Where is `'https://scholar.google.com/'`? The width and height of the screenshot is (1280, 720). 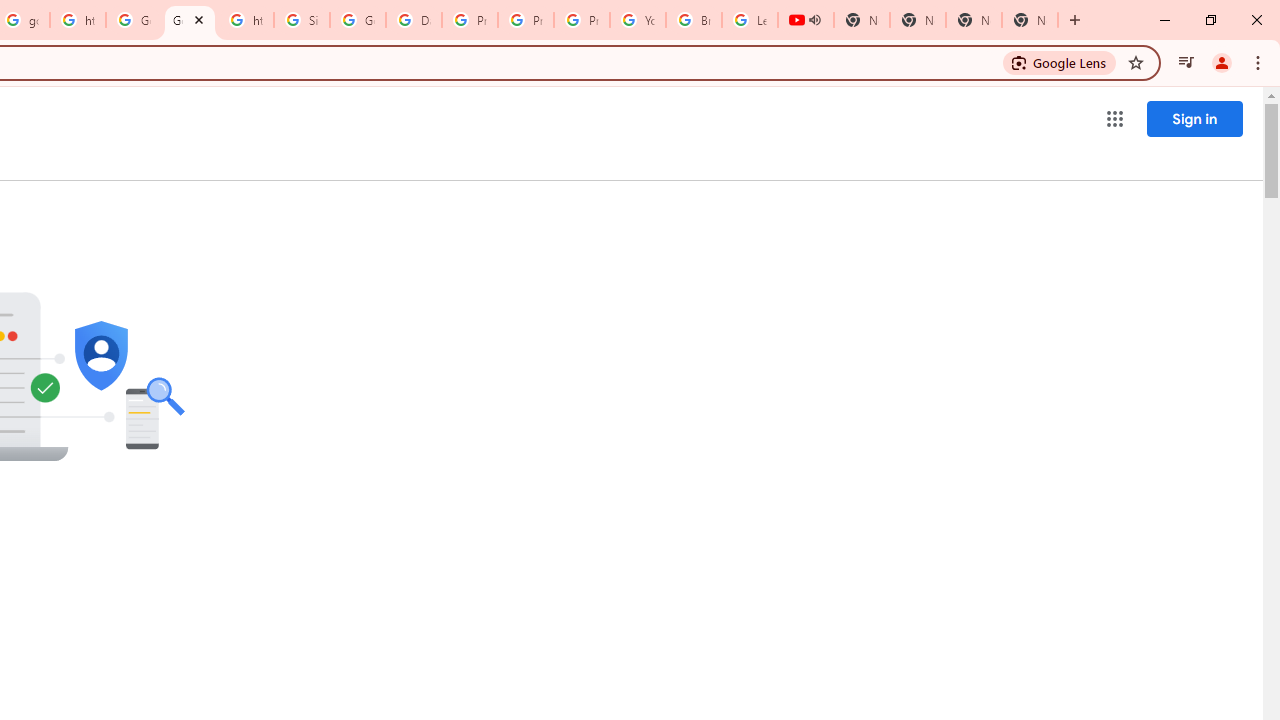
'https://scholar.google.com/' is located at coordinates (78, 20).